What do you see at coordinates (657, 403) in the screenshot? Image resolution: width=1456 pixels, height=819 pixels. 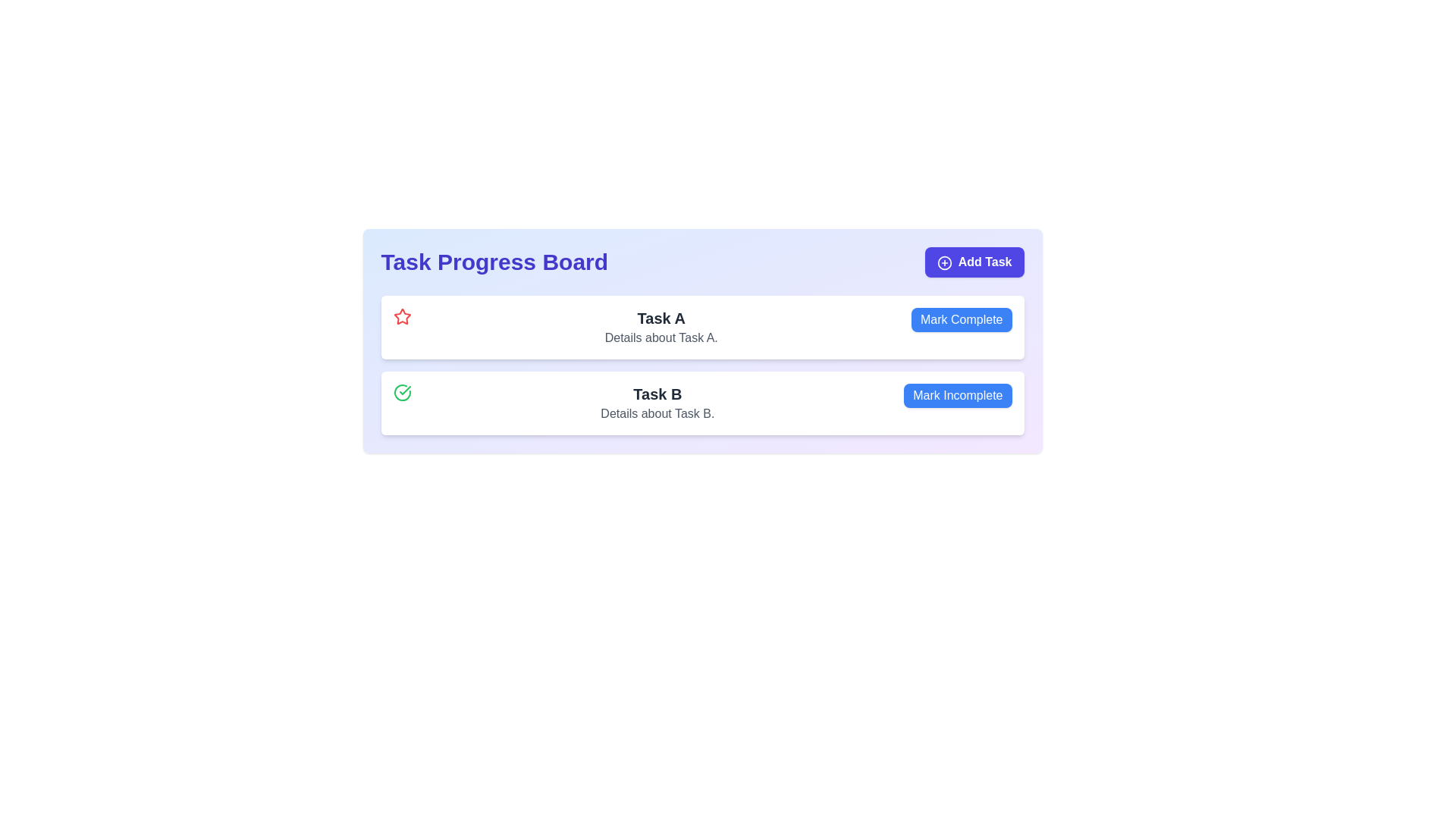 I see `the text block containing the title 'Task B' and the description 'Details about Task B.', which is styled prominently in bold and aligned to the left` at bounding box center [657, 403].